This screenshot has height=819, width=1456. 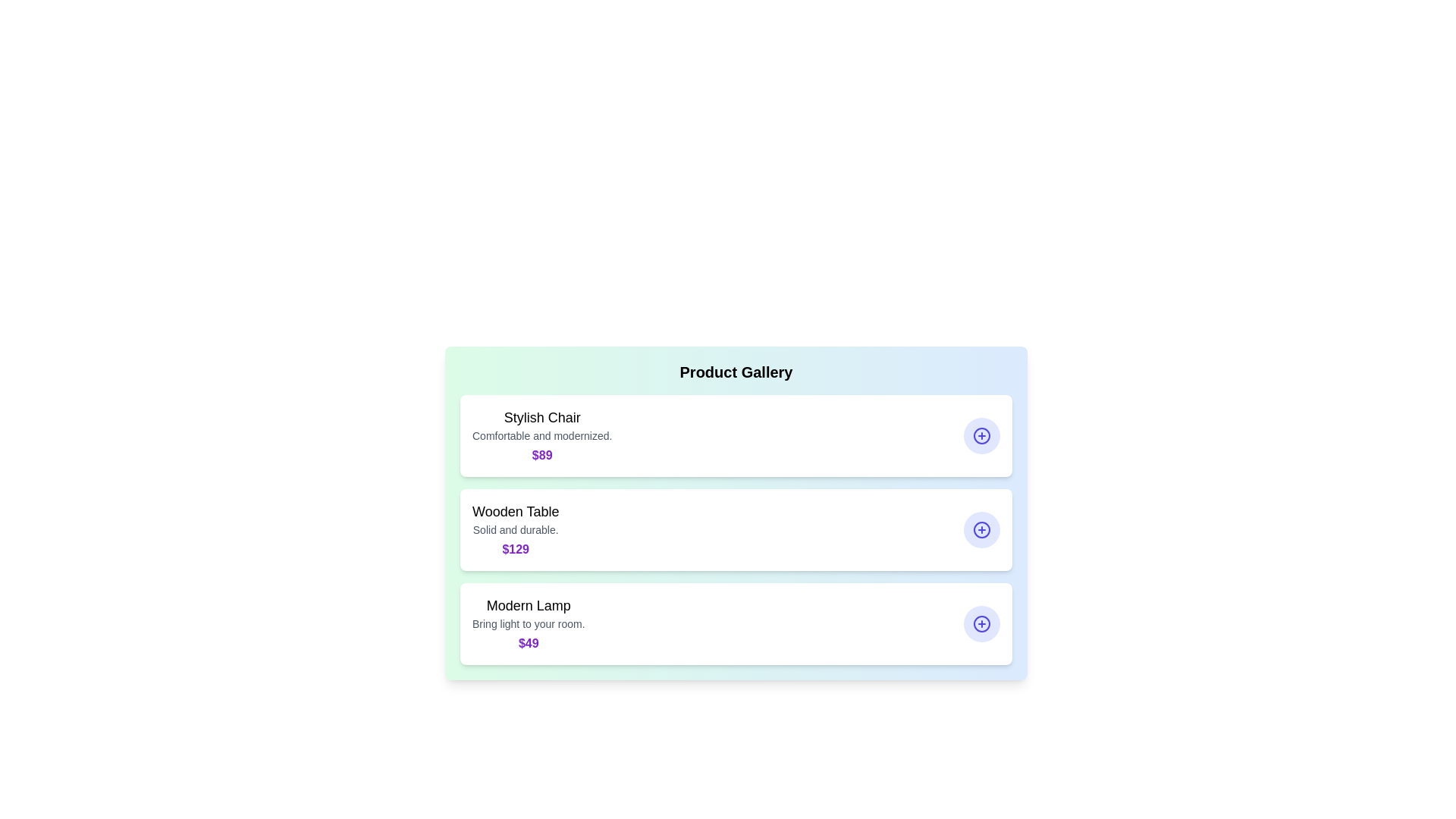 What do you see at coordinates (982, 623) in the screenshot?
I see `add/select button for the product Modern Lamp` at bounding box center [982, 623].